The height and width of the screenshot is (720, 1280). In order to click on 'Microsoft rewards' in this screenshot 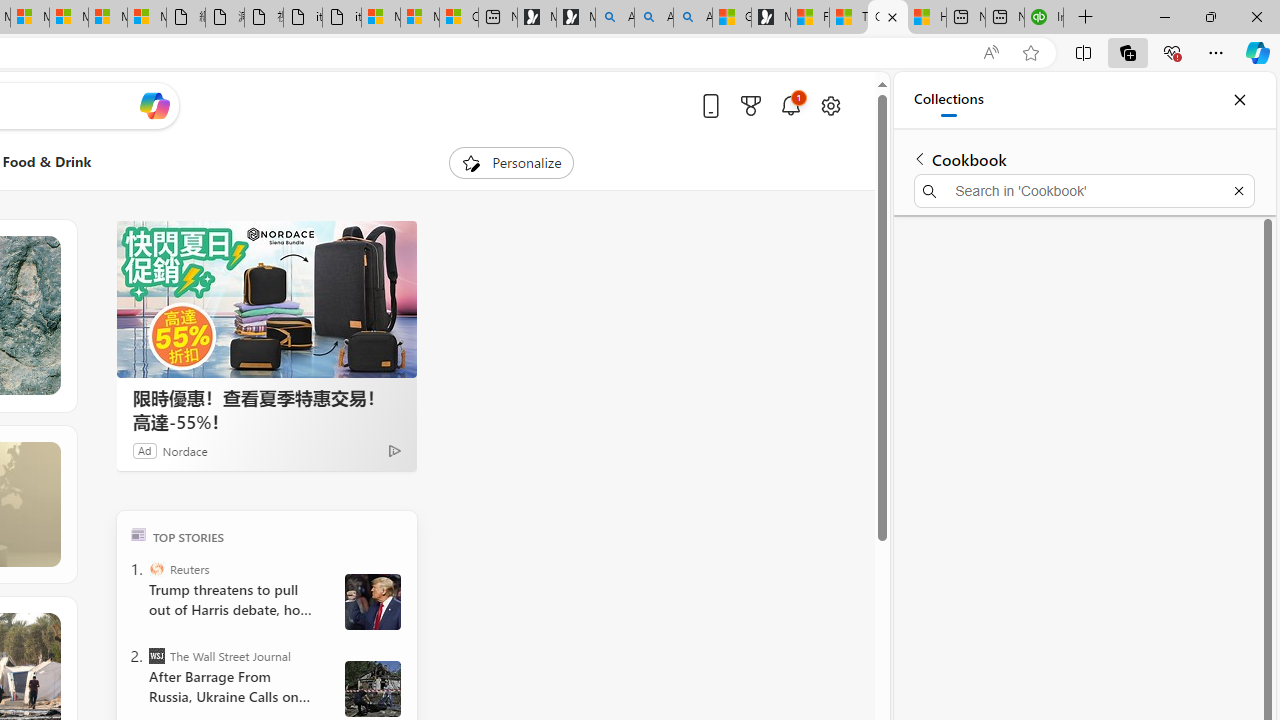, I will do `click(749, 105)`.